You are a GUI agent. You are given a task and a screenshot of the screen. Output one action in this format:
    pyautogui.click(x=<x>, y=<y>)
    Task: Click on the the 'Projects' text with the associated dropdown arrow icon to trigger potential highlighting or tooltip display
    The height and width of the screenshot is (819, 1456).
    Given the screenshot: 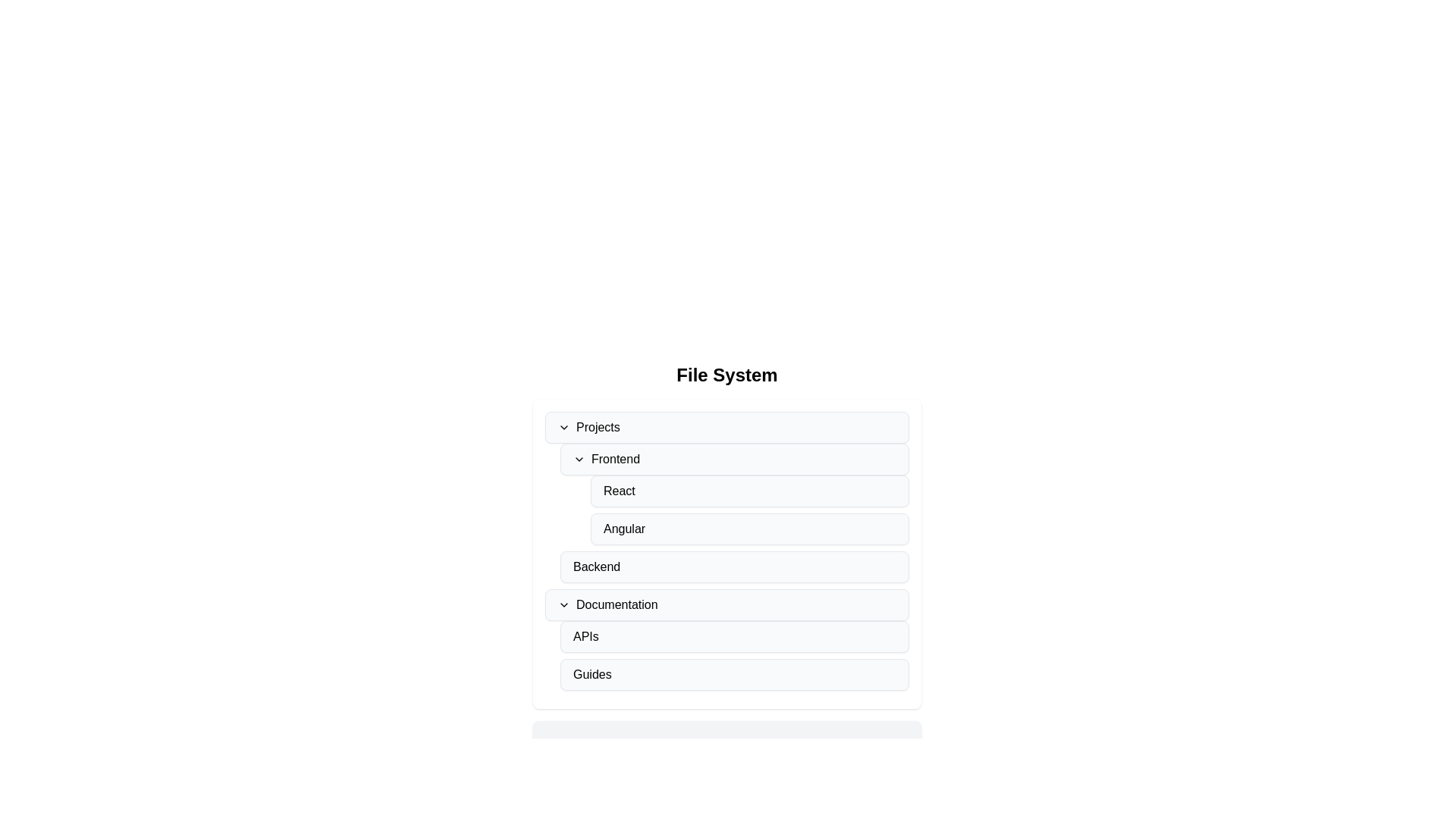 What is the action you would take?
    pyautogui.click(x=588, y=427)
    